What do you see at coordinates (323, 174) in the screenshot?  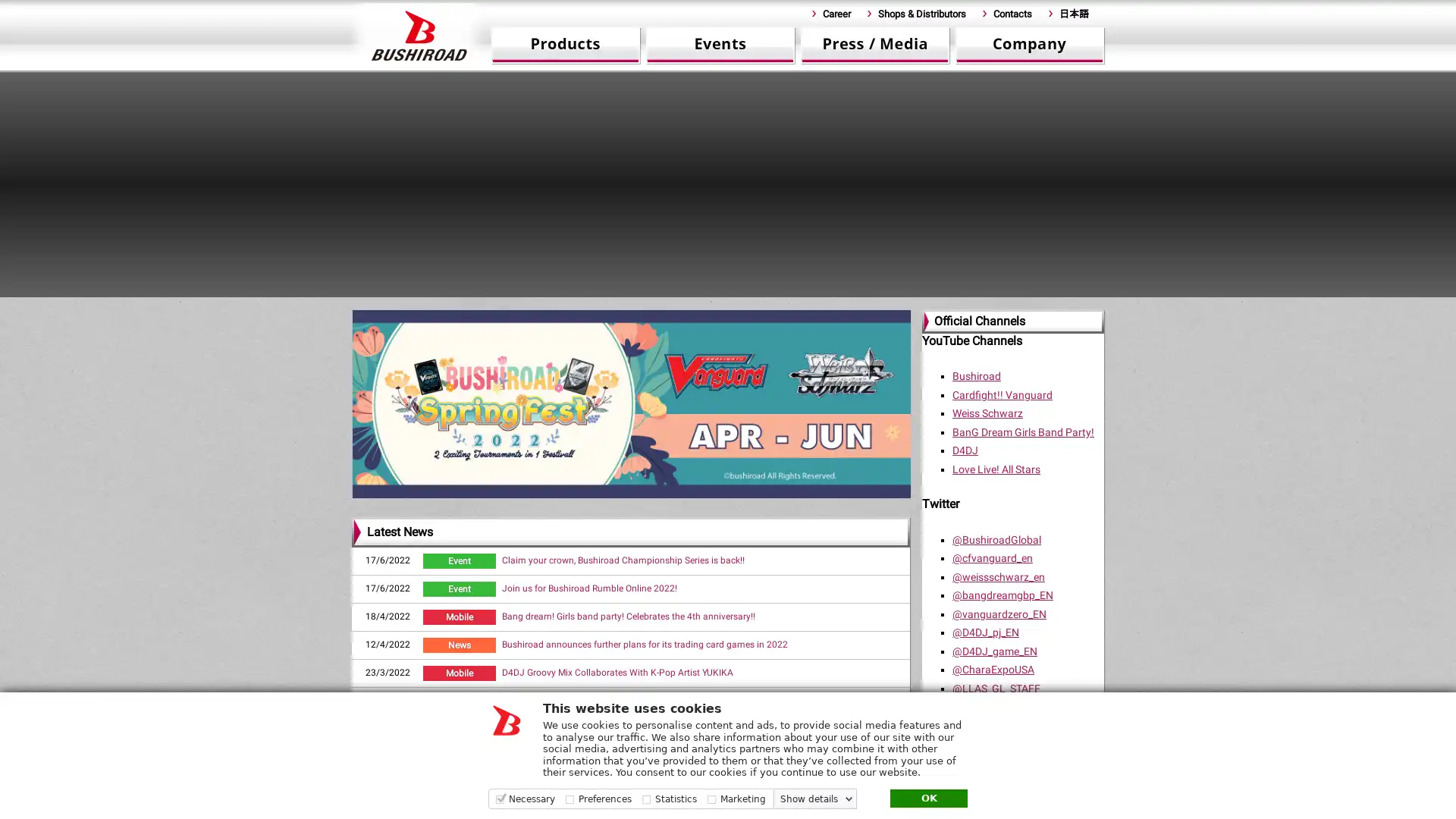 I see `Previous` at bounding box center [323, 174].